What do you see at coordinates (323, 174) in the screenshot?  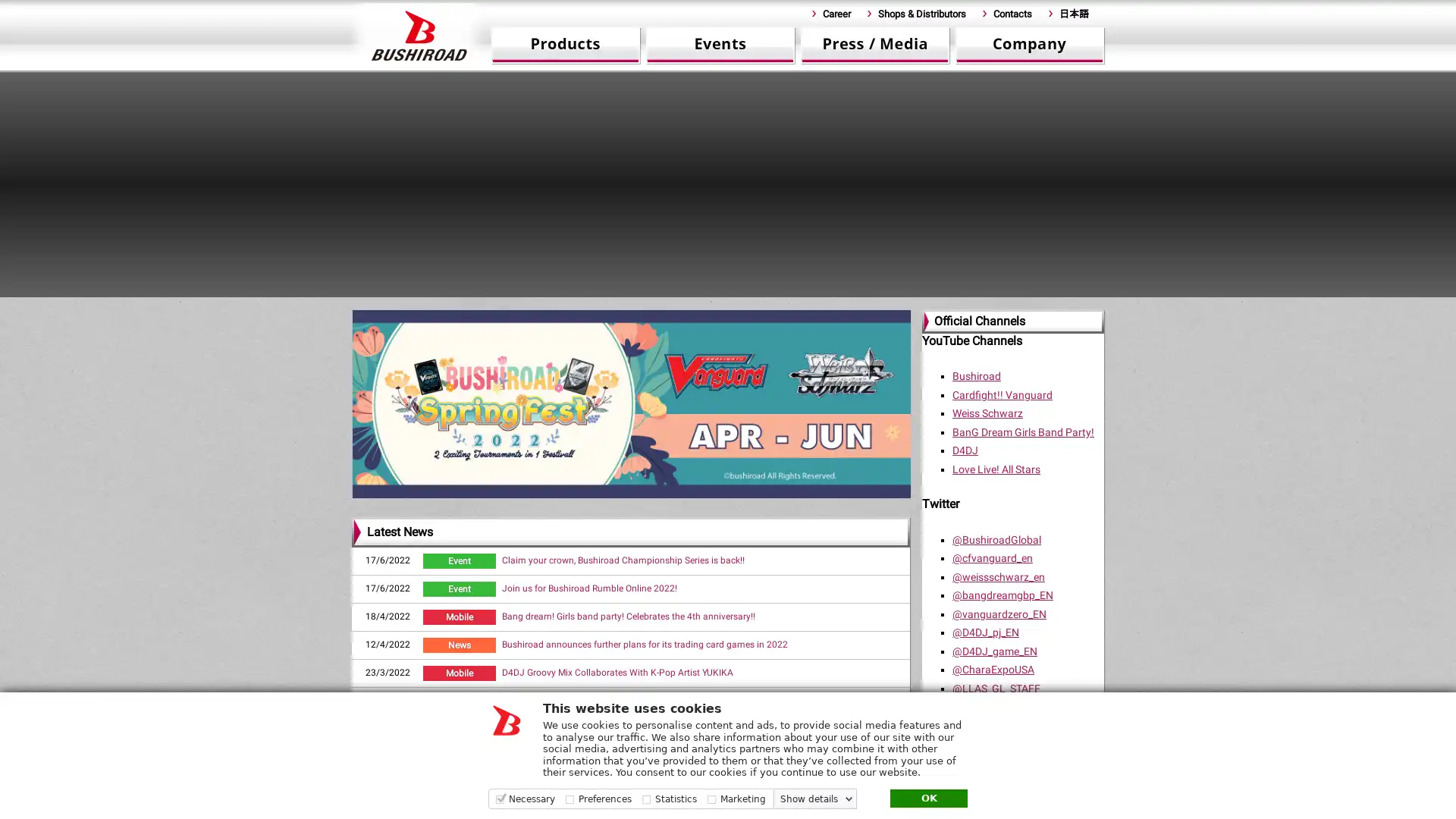 I see `Previous` at bounding box center [323, 174].